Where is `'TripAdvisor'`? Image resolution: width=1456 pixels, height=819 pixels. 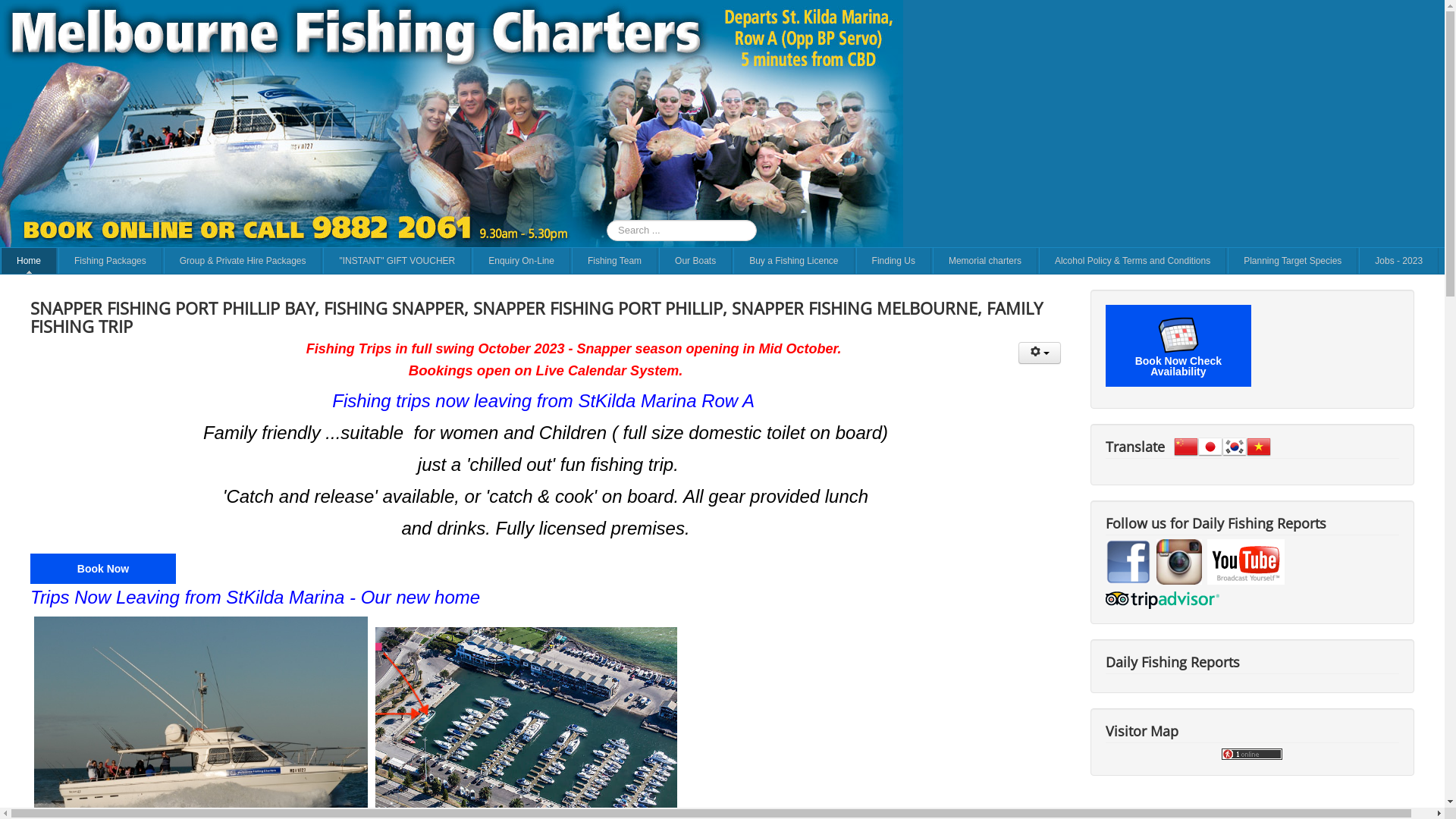 'TripAdvisor' is located at coordinates (1161, 598).